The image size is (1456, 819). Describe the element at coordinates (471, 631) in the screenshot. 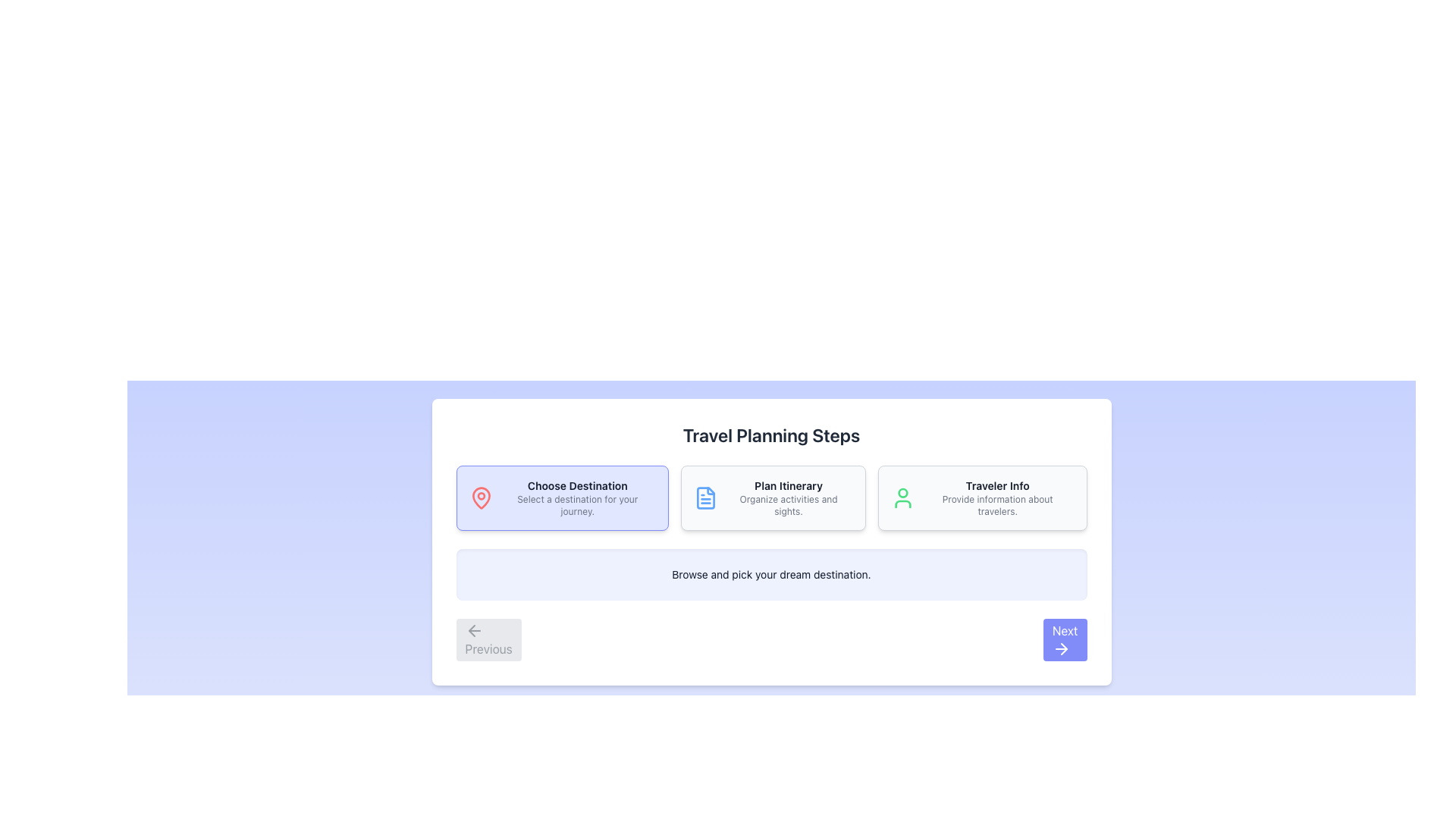

I see `the left-pointing arrow icon in the 'Previous' button located in the bottom-left corner of the user interface` at that location.